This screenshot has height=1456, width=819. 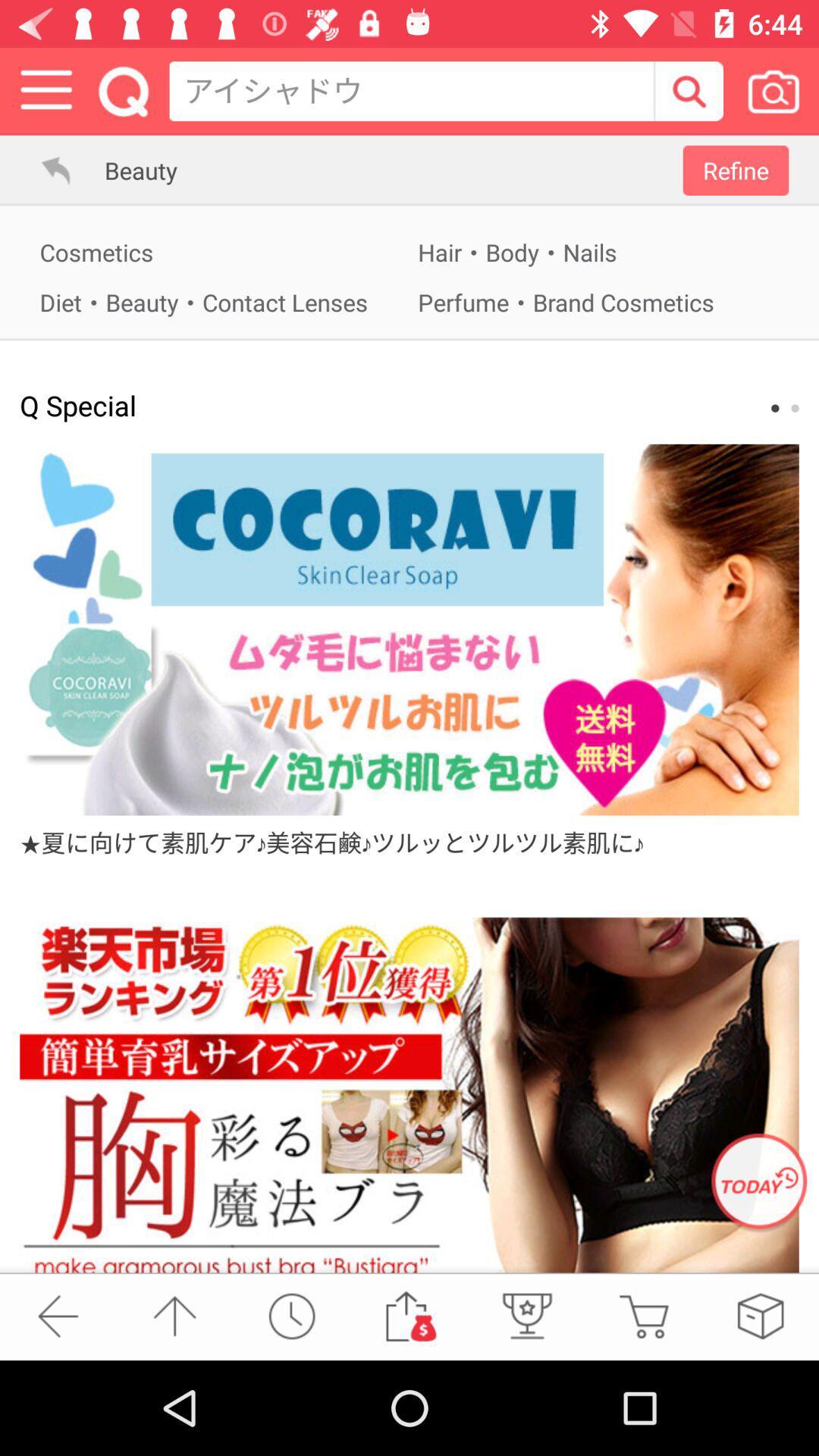 What do you see at coordinates (408, 1315) in the screenshot?
I see `to the gift voucher` at bounding box center [408, 1315].